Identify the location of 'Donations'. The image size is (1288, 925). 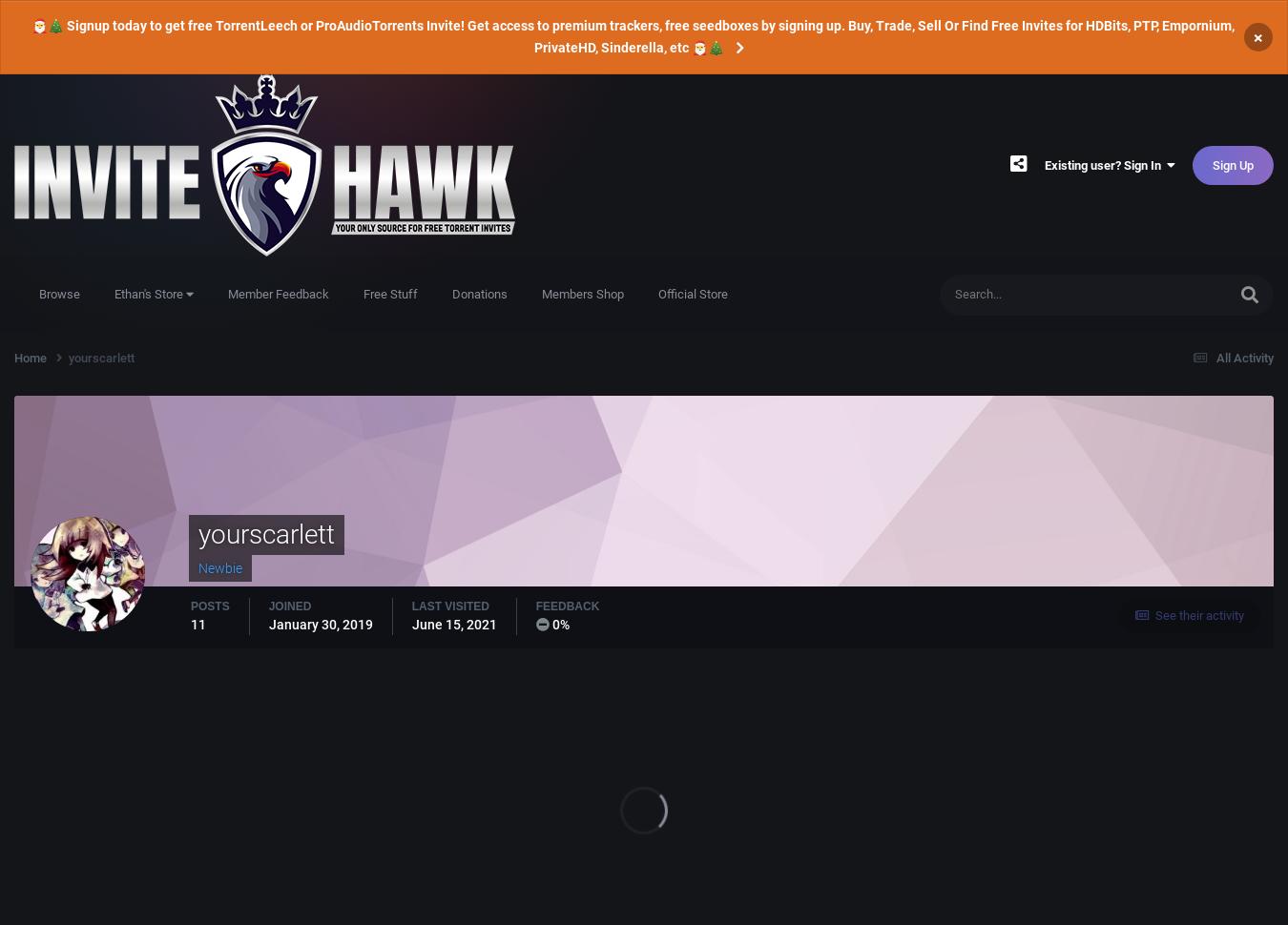
(479, 294).